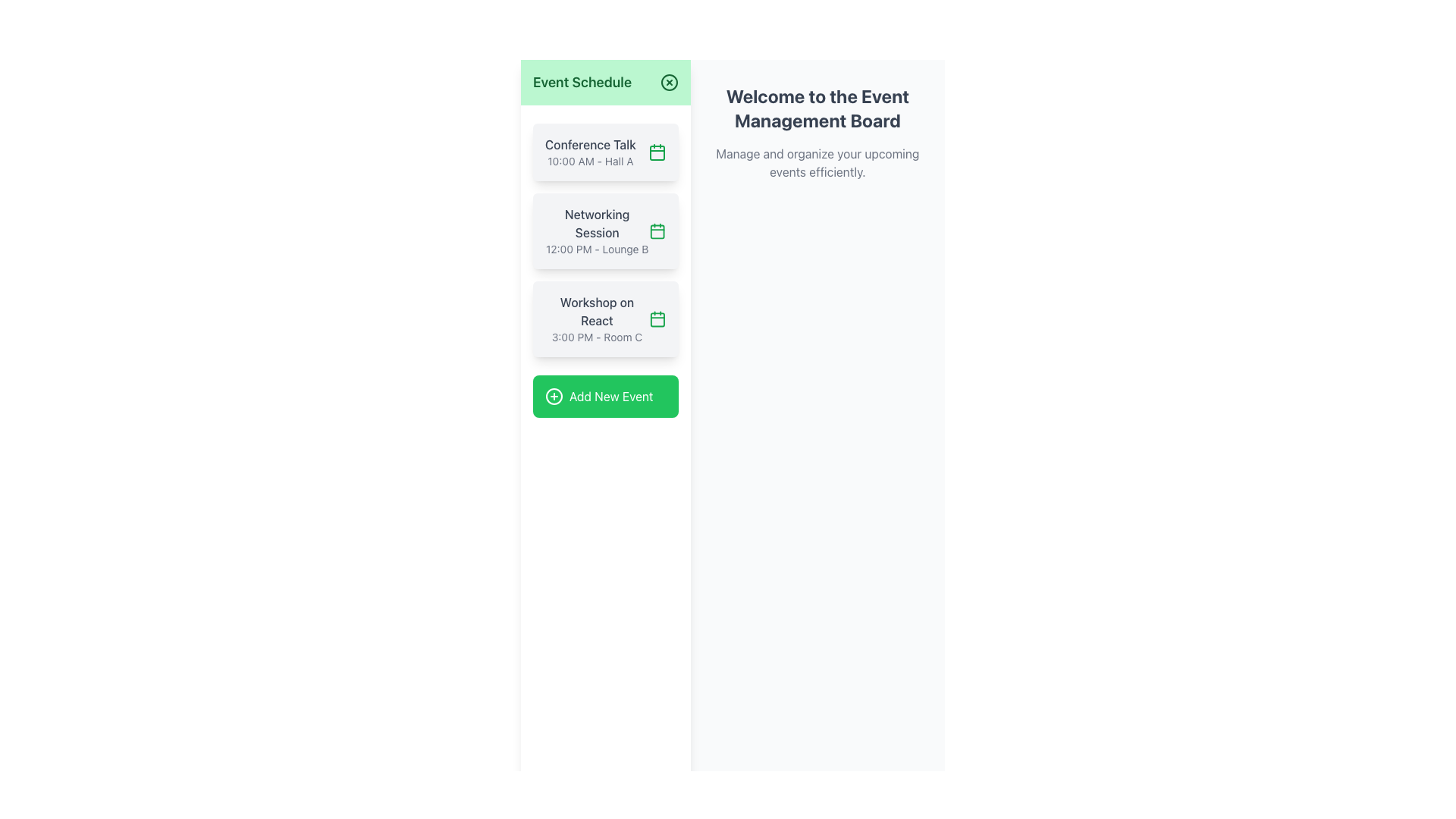 Image resolution: width=1456 pixels, height=819 pixels. Describe the element at coordinates (817, 163) in the screenshot. I see `text from the Text Label that is centrally aligned below the title 'Welcome to the Event Management Board'` at that location.